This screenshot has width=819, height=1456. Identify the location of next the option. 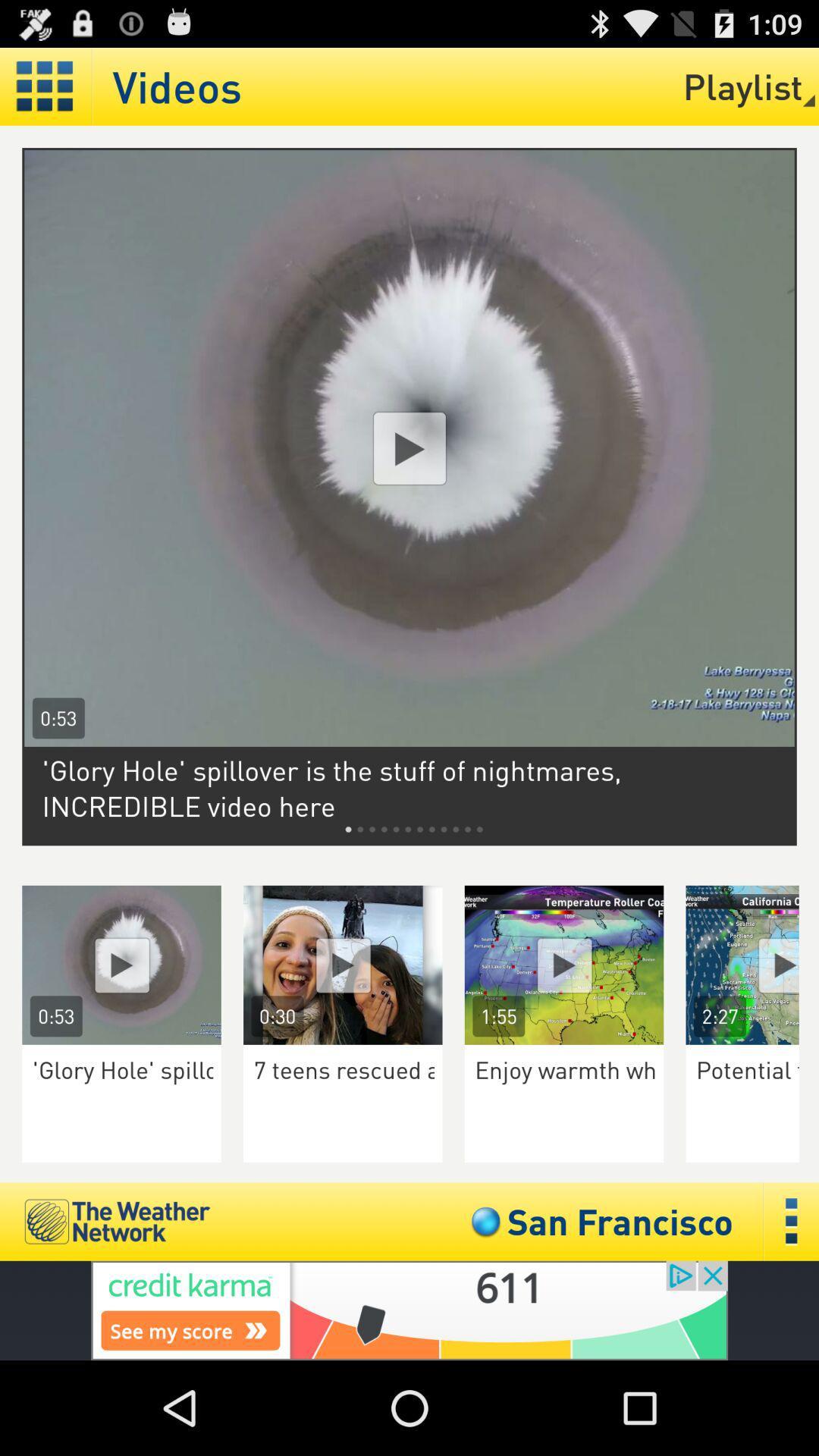
(752, 964).